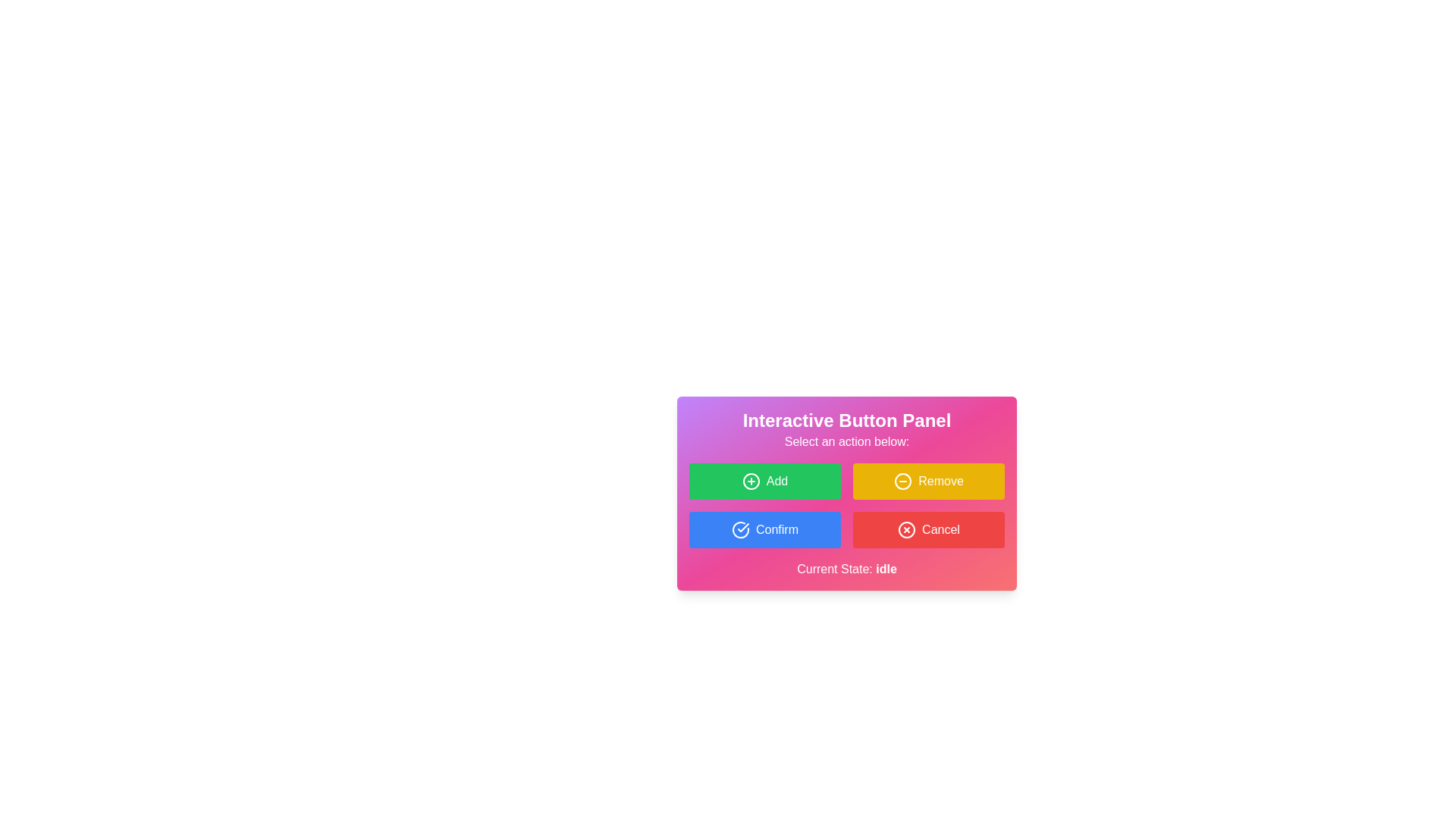 This screenshot has height=819, width=1456. What do you see at coordinates (846, 570) in the screenshot?
I see `the text label that displays 'Current State: idle' located at the bottom center of the panel` at bounding box center [846, 570].